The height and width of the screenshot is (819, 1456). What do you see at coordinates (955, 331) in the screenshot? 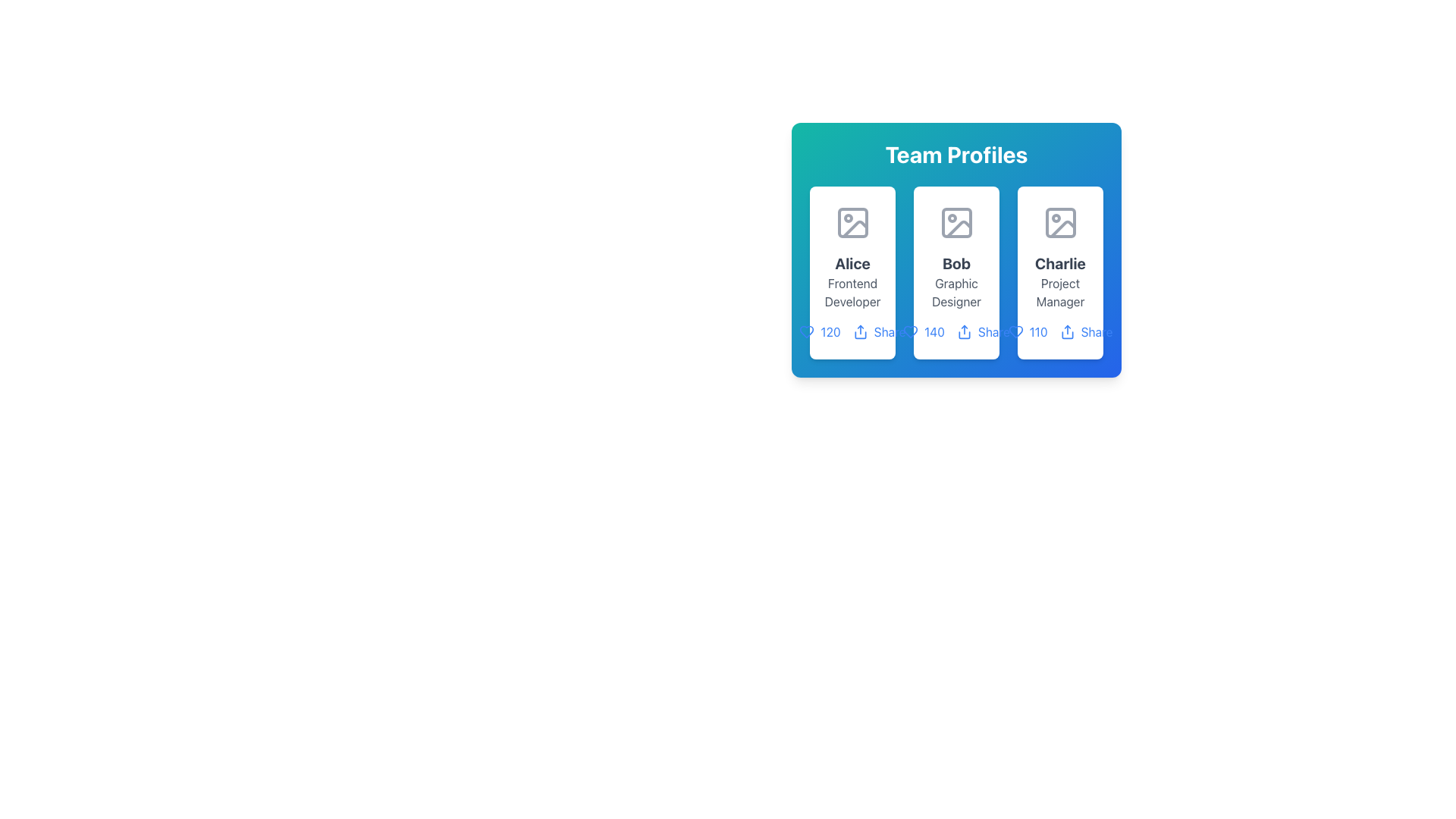
I see `the 'Share' text located in the grouped content below the profile card labeled 'Bob'` at bounding box center [955, 331].